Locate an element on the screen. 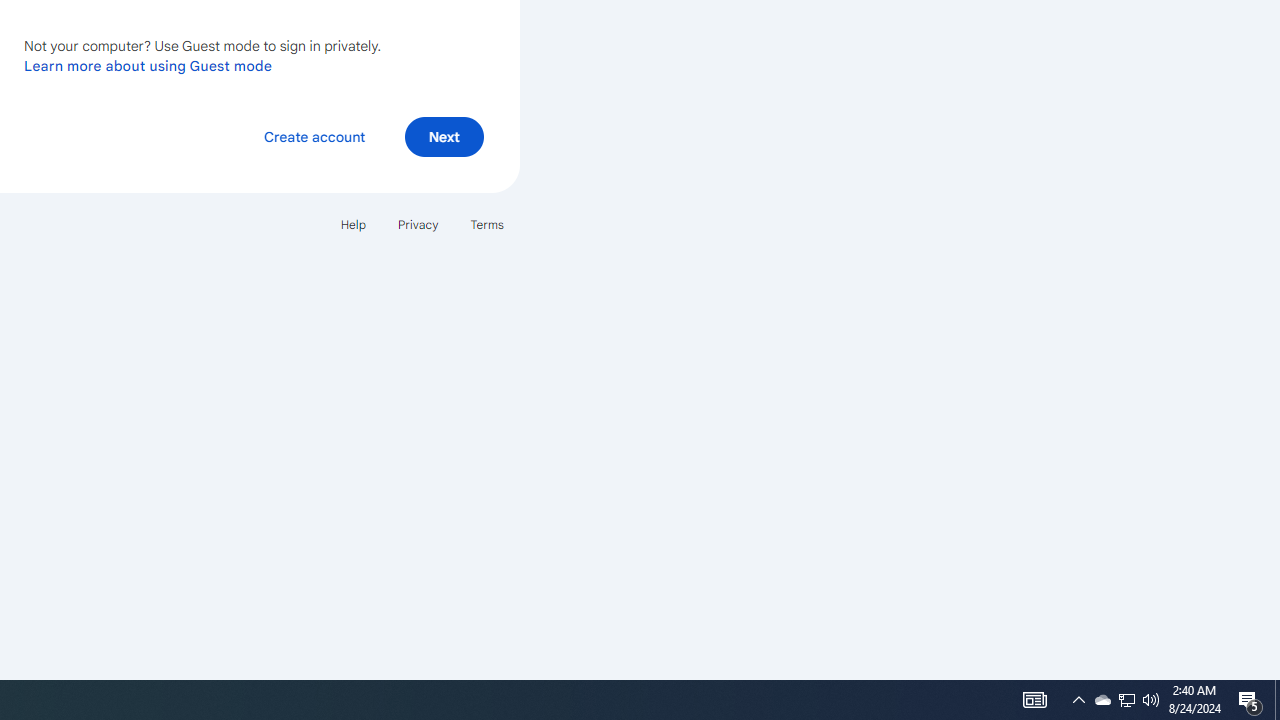  'Create account' is located at coordinates (313, 135).